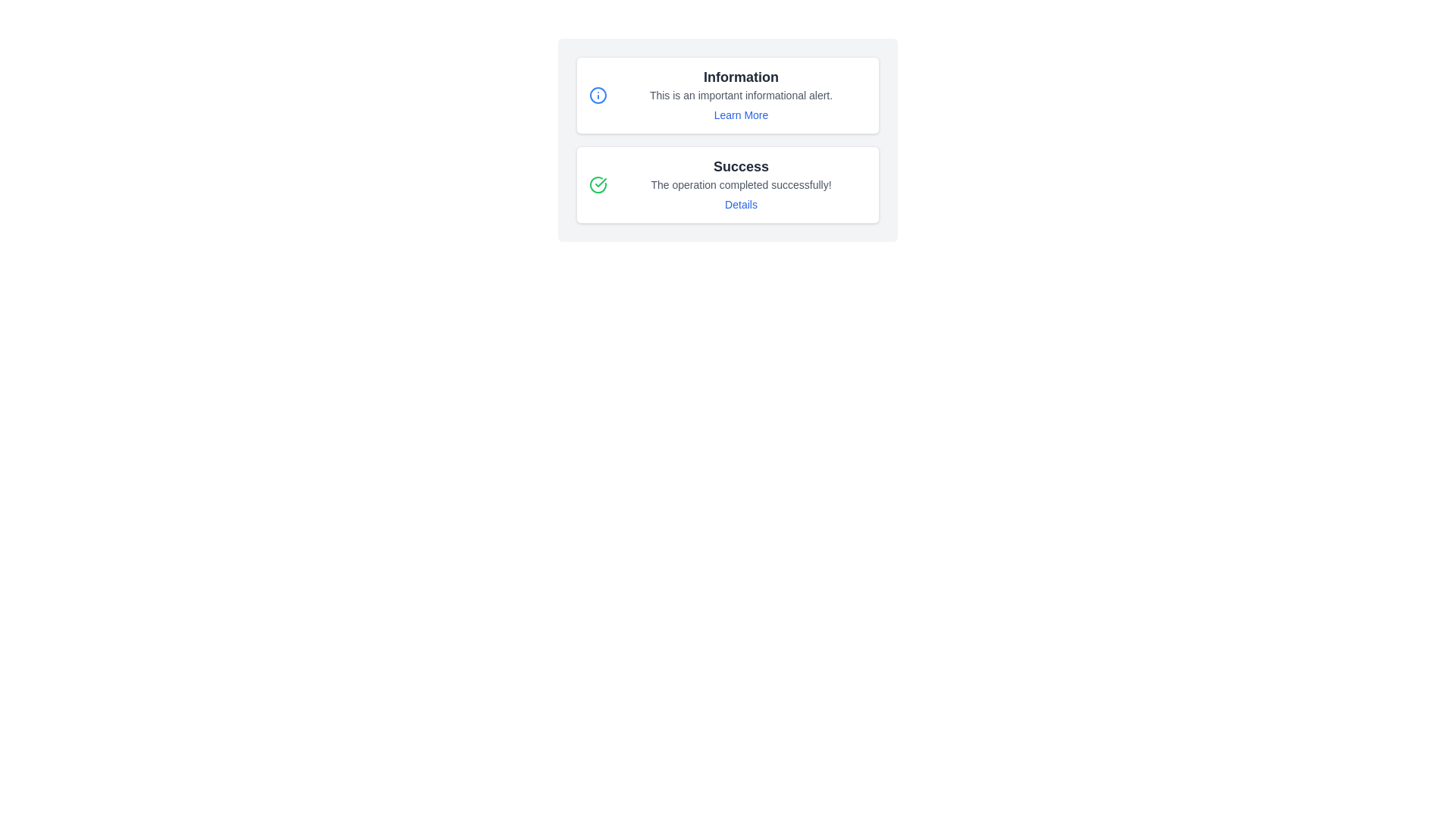 Image resolution: width=1456 pixels, height=819 pixels. Describe the element at coordinates (741, 184) in the screenshot. I see `the confirmation message text indicating successful completion of an operation, which is located directly below the heading 'Success' and above the link 'Details'` at that location.